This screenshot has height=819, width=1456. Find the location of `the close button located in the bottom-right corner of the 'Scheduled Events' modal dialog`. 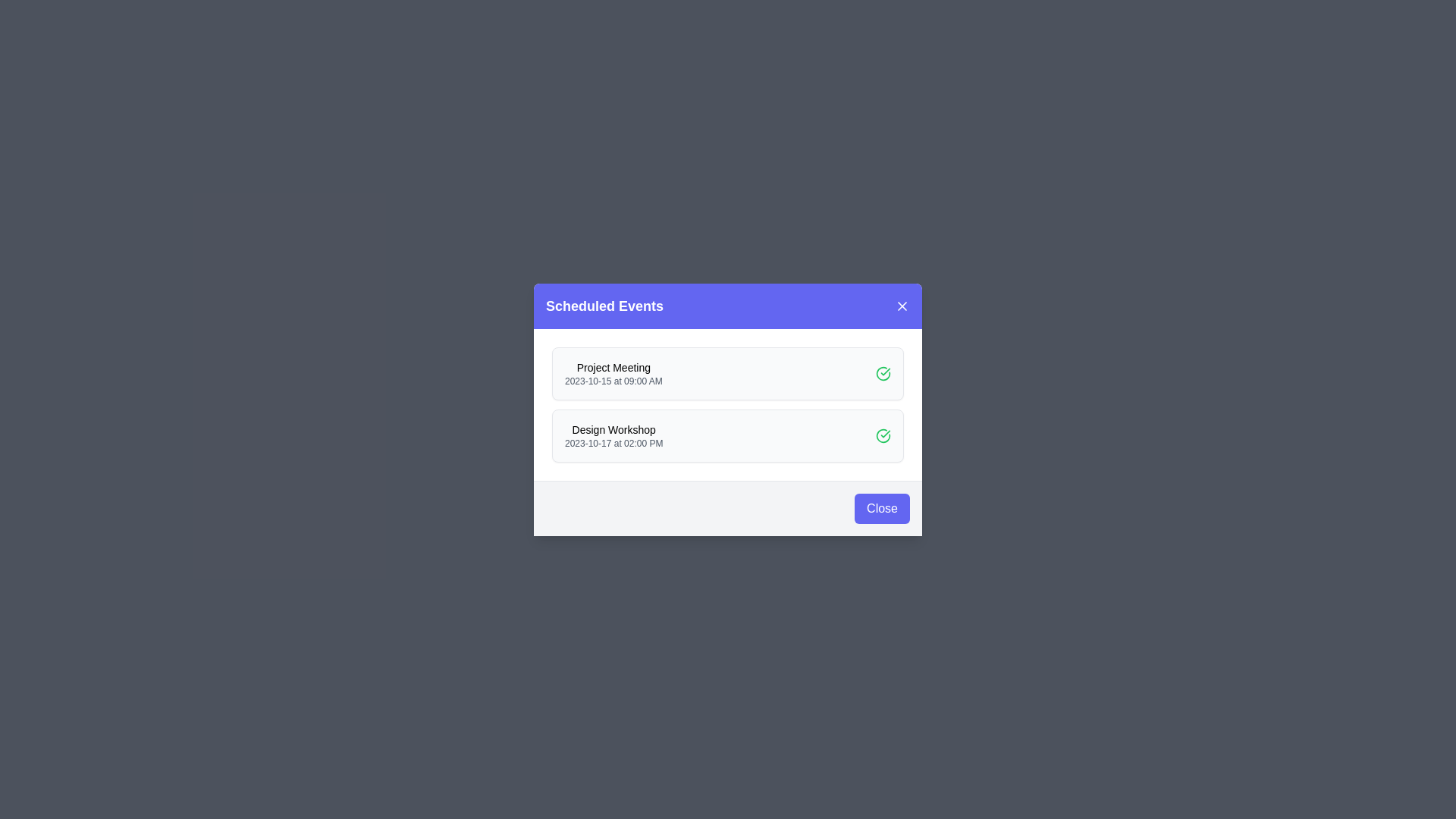

the close button located in the bottom-right corner of the 'Scheduled Events' modal dialog is located at coordinates (728, 508).